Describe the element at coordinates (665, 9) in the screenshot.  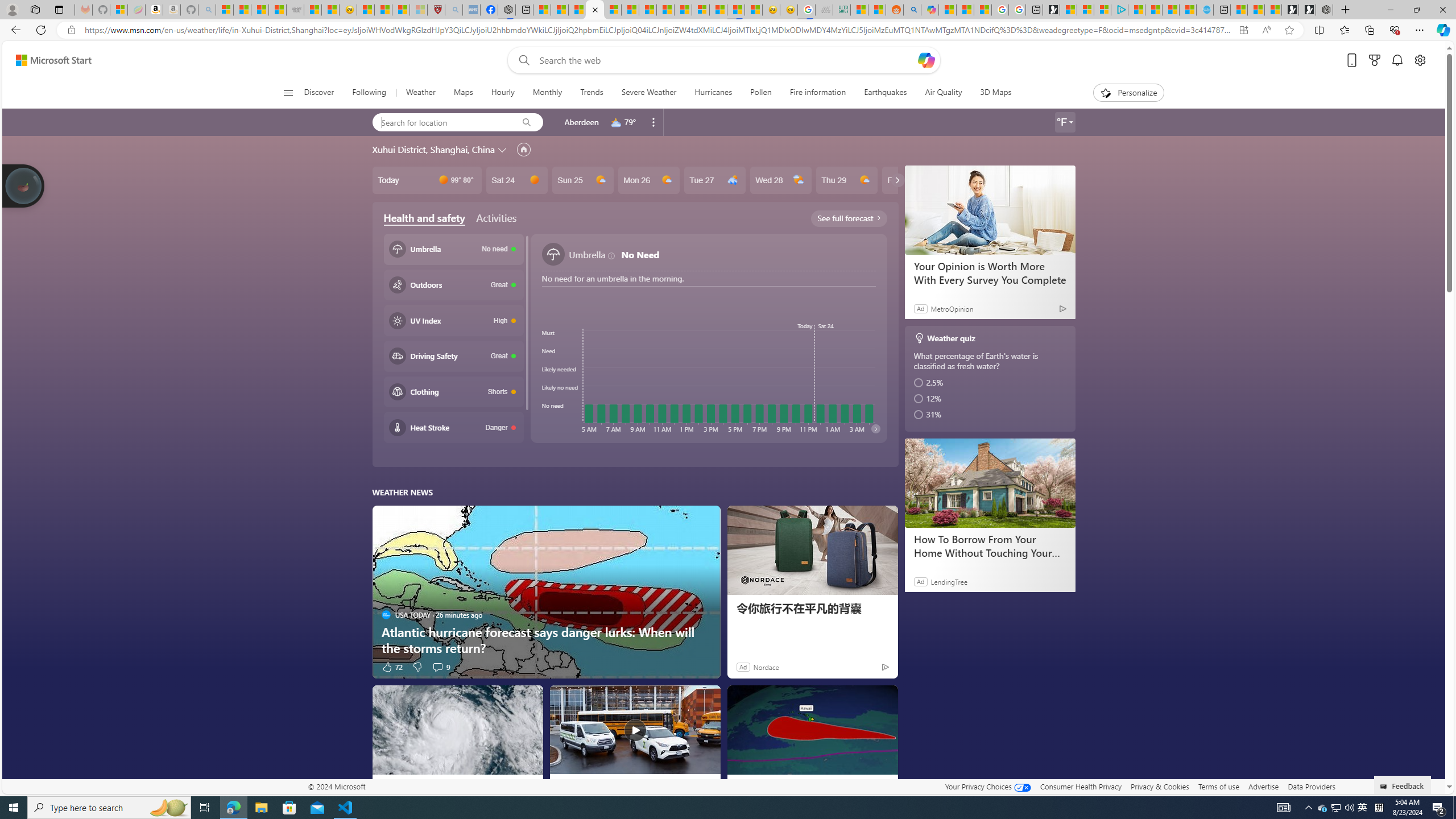
I see `'14 Common Myths Debunked By Scientific Facts'` at that location.